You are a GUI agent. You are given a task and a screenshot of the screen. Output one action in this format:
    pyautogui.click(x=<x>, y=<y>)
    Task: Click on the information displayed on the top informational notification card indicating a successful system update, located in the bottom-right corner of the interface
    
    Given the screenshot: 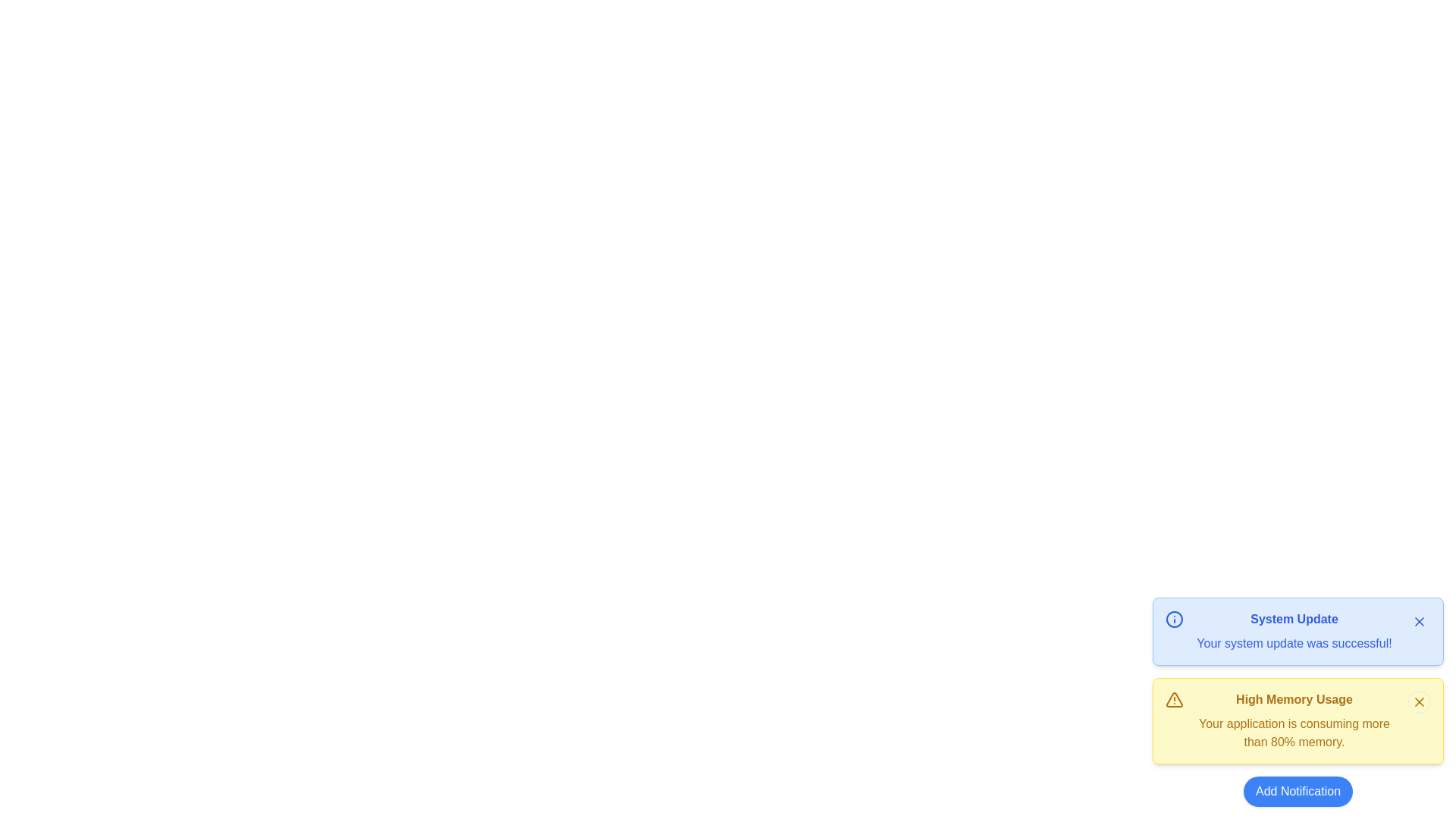 What is the action you would take?
    pyautogui.click(x=1298, y=632)
    